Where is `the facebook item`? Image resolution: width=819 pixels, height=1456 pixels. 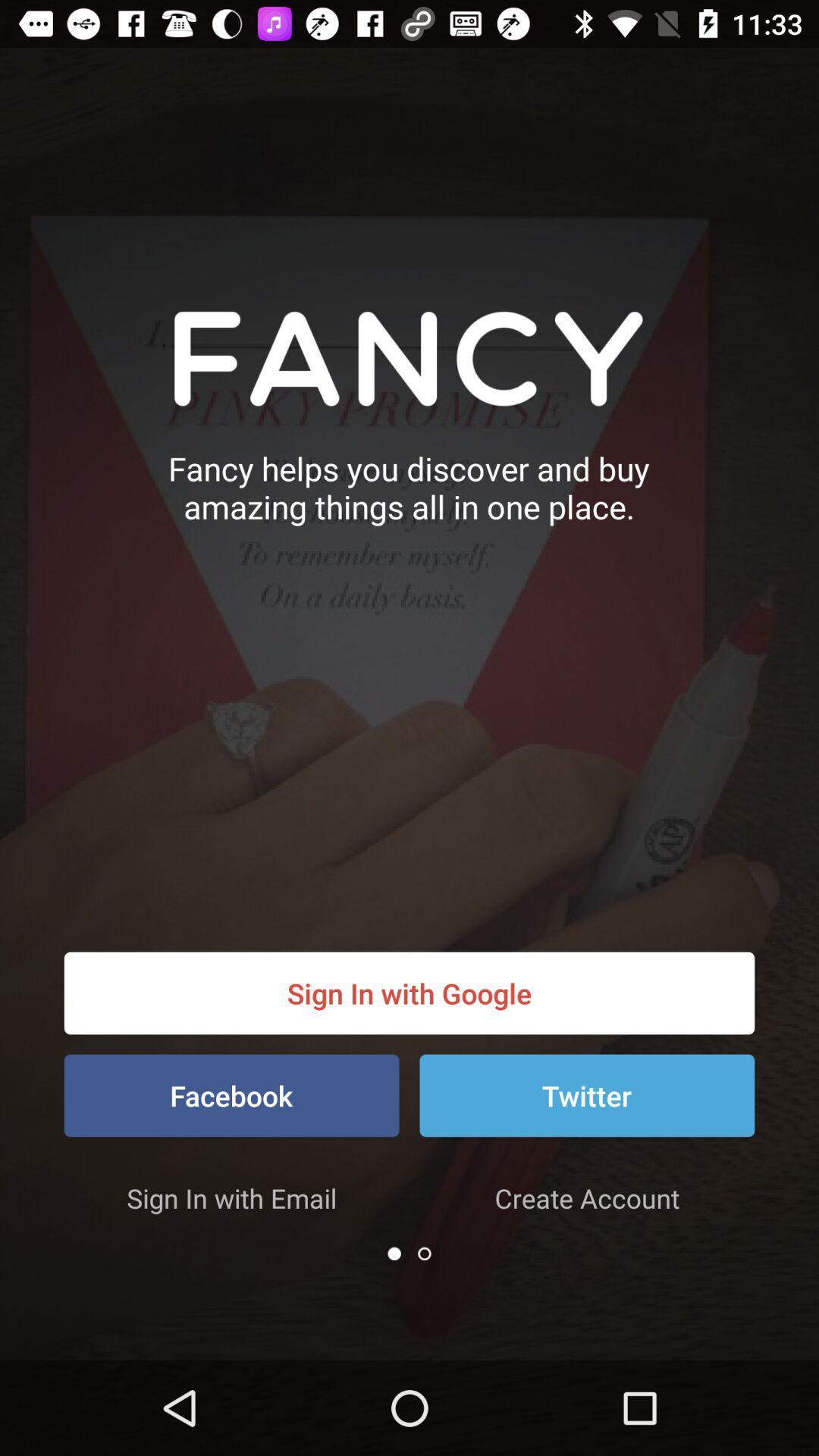 the facebook item is located at coordinates (231, 1095).